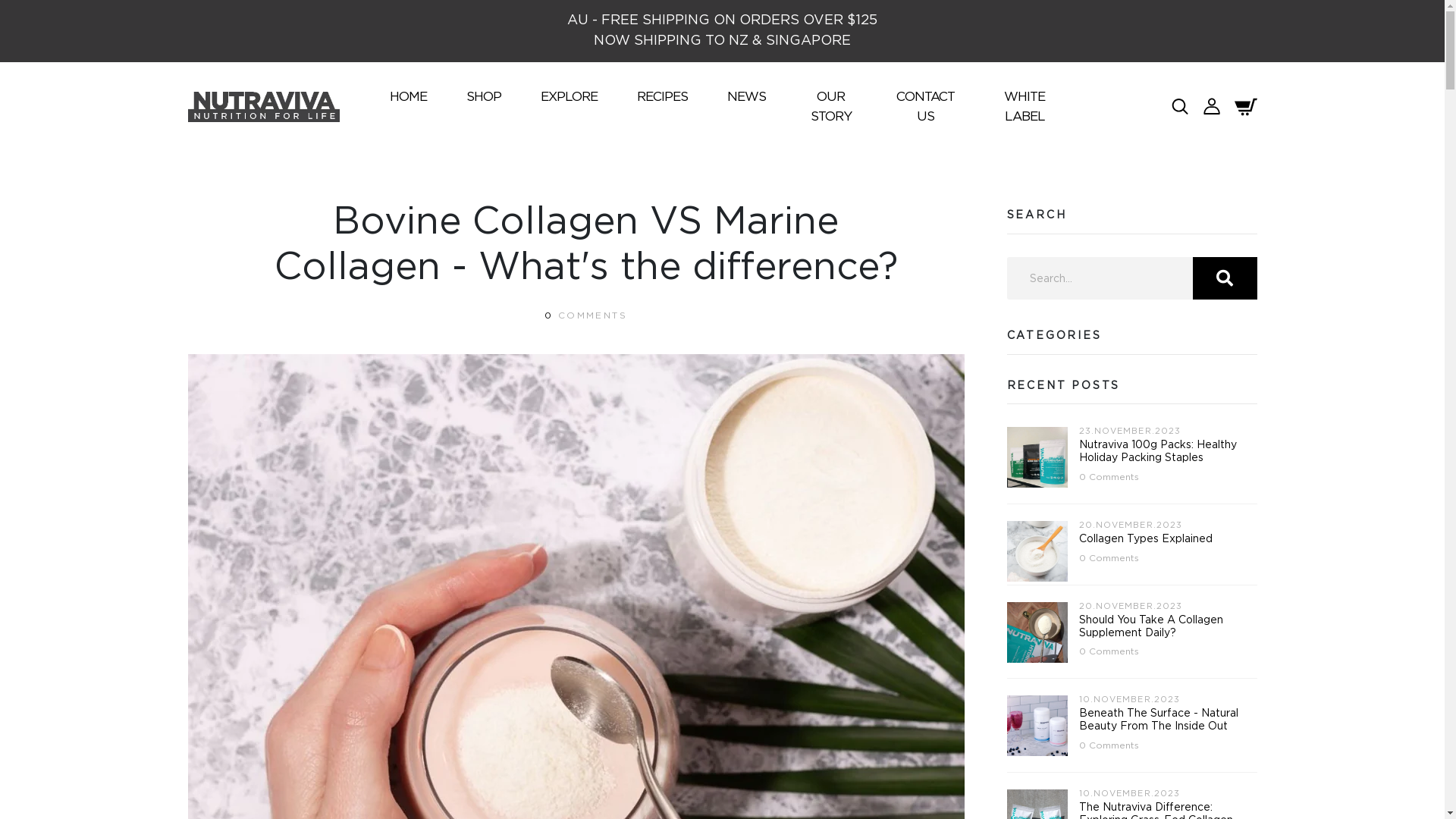 This screenshot has width=1456, height=819. What do you see at coordinates (662, 96) in the screenshot?
I see `'RECIPES'` at bounding box center [662, 96].